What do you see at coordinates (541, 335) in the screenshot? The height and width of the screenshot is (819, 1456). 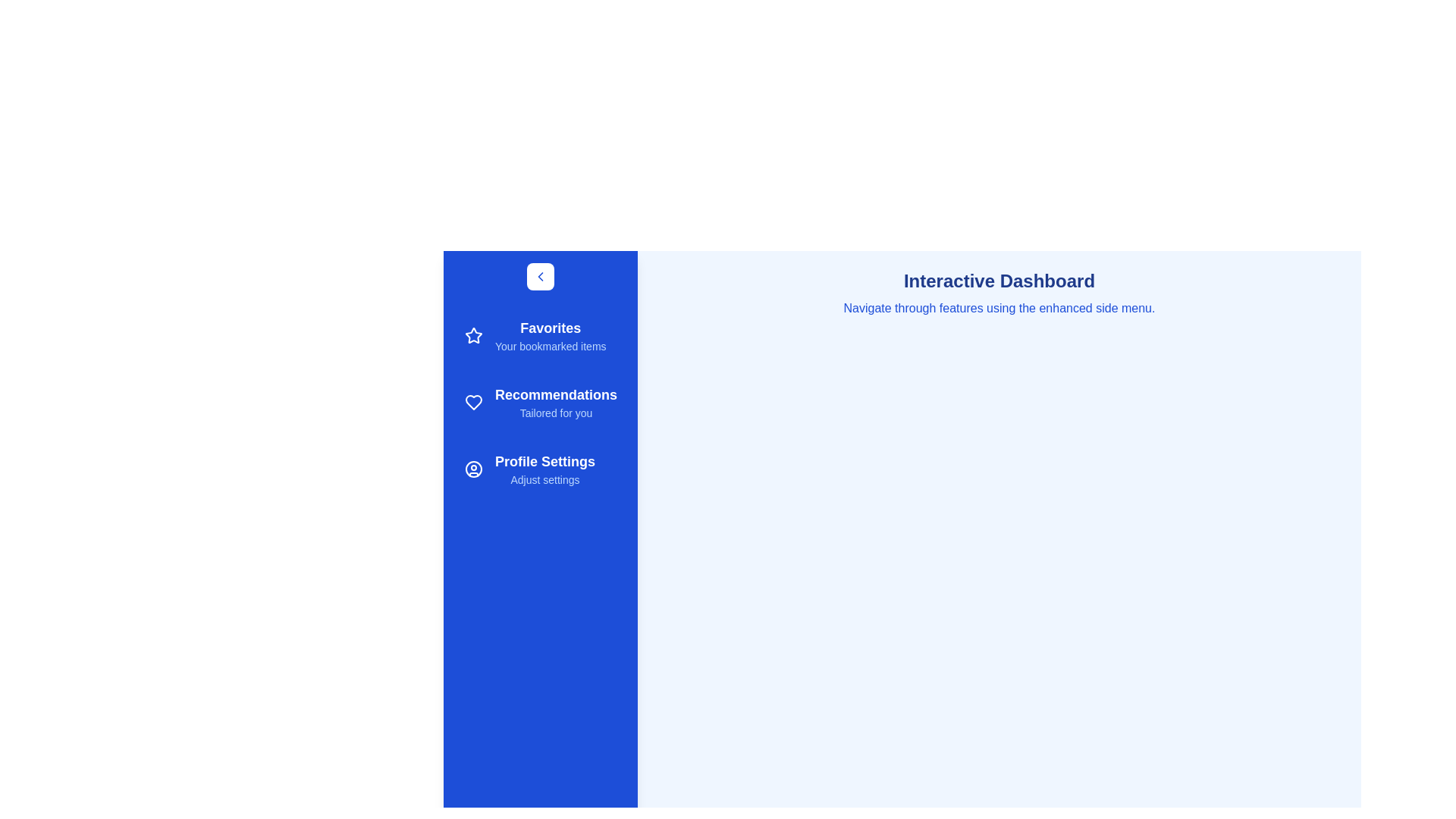 I see `the sidebar option Favorites` at bounding box center [541, 335].